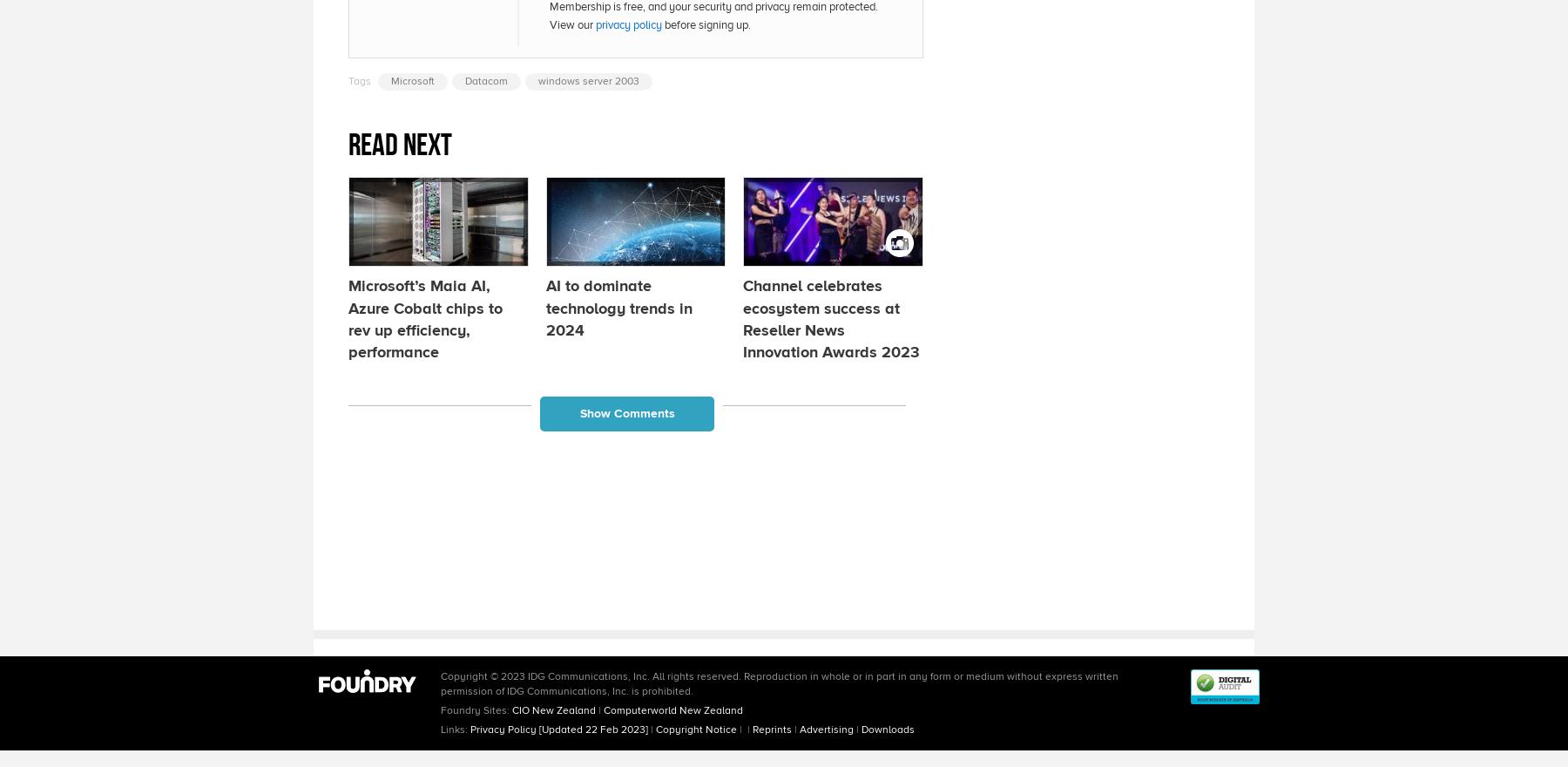 The image size is (1568, 767). I want to click on 'windows server 2003', so click(588, 79).